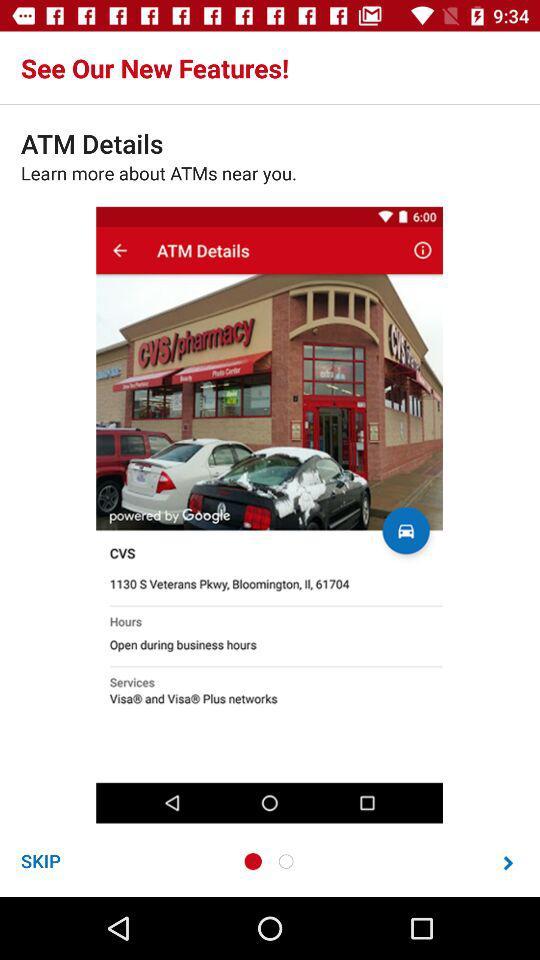 The width and height of the screenshot is (540, 960). I want to click on the skip, so click(40, 860).